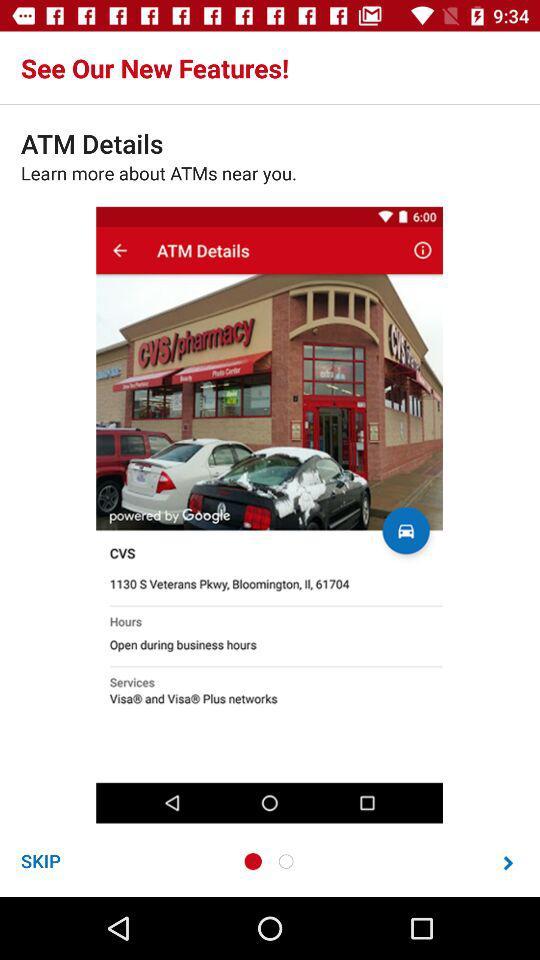 The width and height of the screenshot is (540, 960). I want to click on the skip, so click(40, 860).